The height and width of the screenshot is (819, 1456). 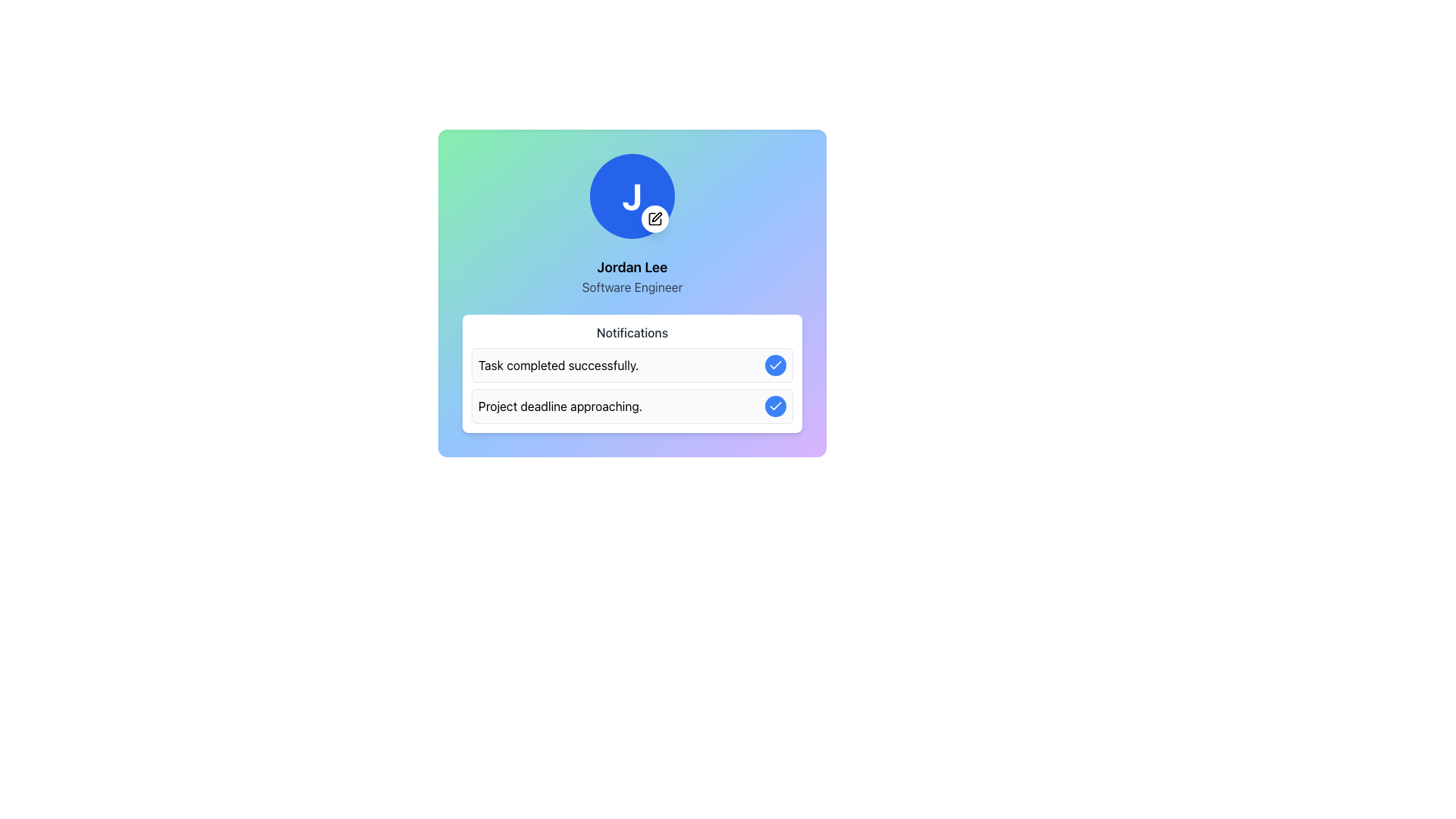 I want to click on the text element displaying 'Software Engineer' from its current position, so click(x=632, y=287).